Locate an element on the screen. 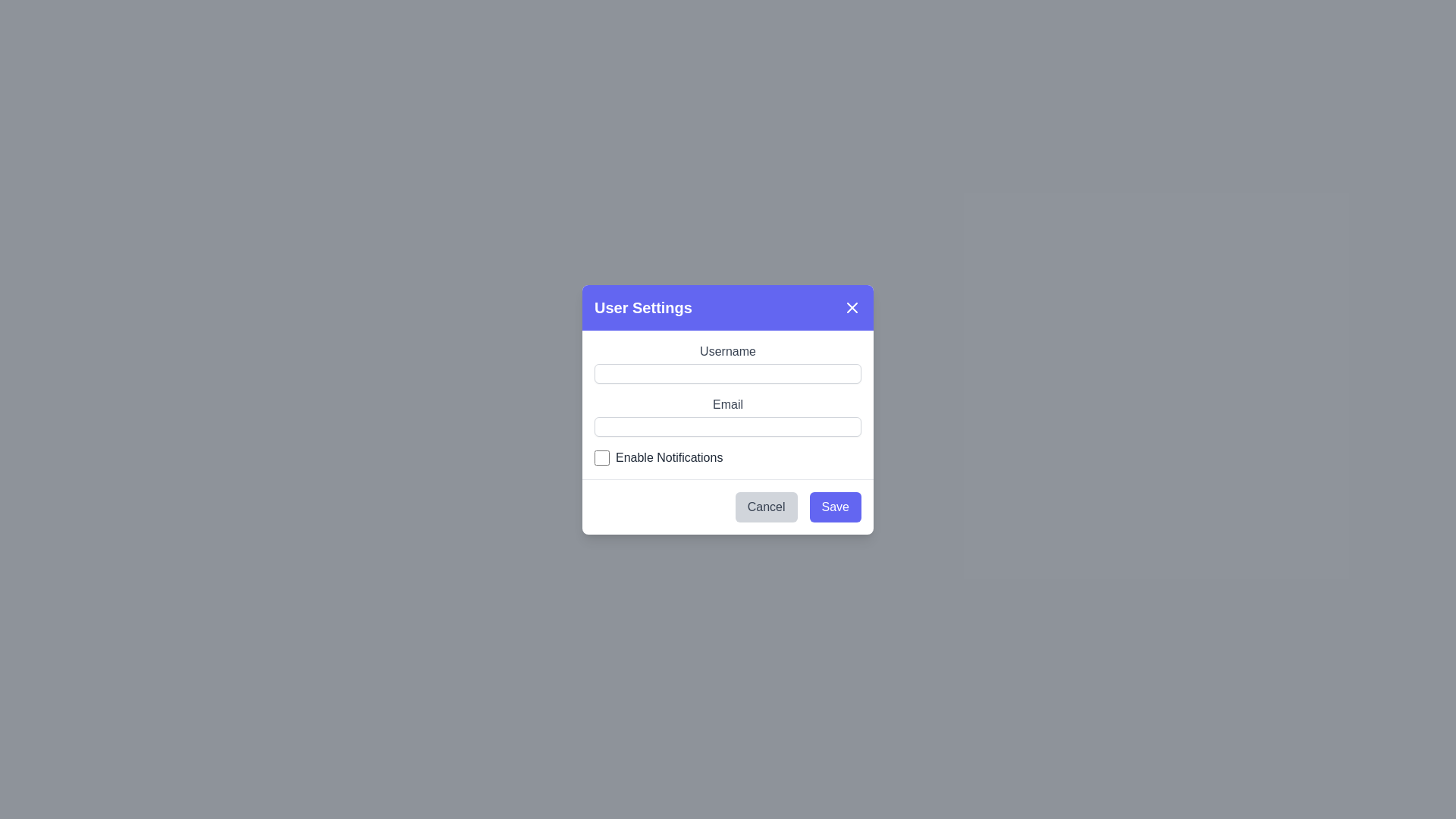 The height and width of the screenshot is (819, 1456). the Close button in the top-right corner of the 'User Settings' dialog is located at coordinates (852, 307).